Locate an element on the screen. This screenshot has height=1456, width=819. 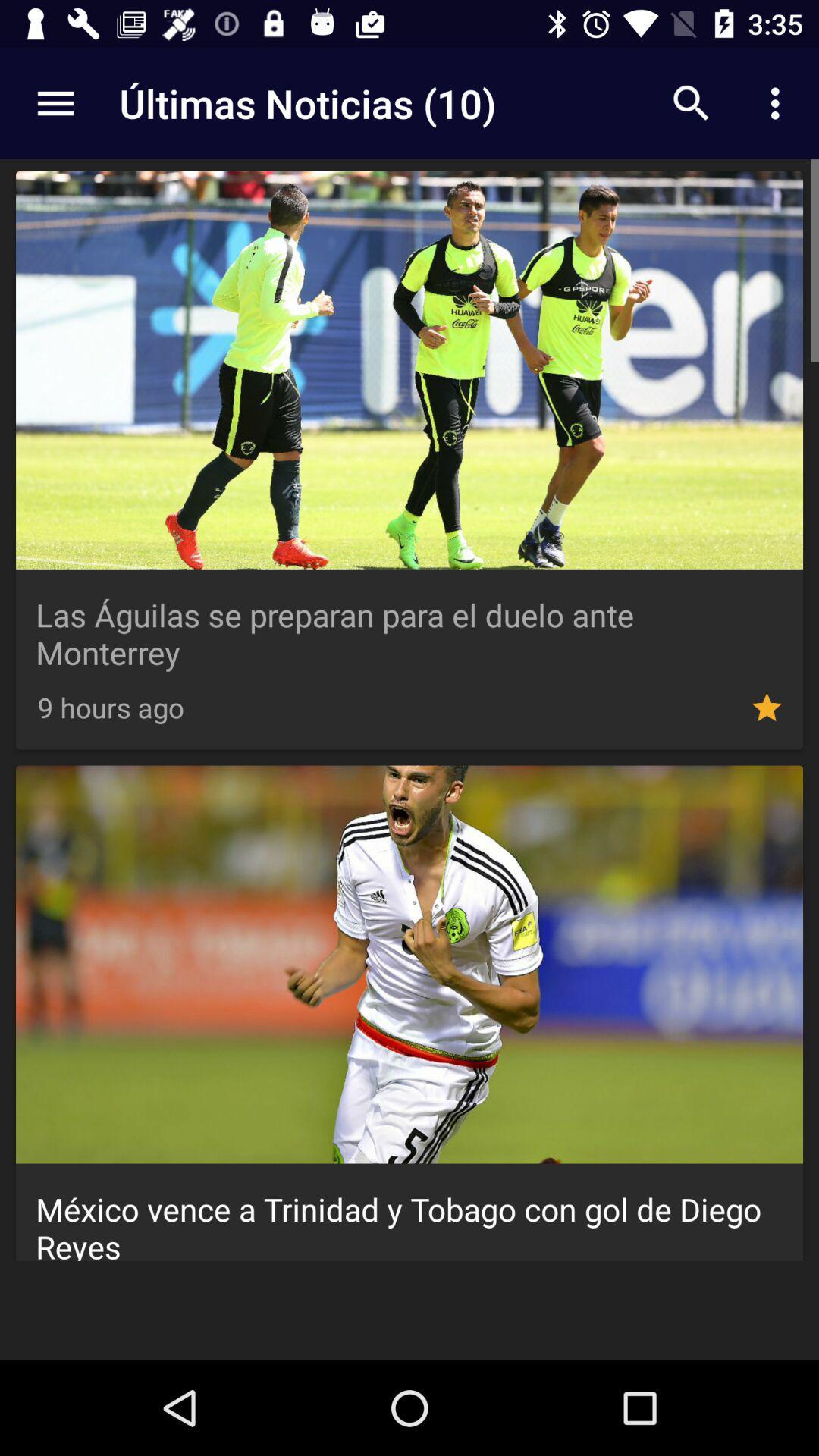
the icon at the top left corner is located at coordinates (55, 102).